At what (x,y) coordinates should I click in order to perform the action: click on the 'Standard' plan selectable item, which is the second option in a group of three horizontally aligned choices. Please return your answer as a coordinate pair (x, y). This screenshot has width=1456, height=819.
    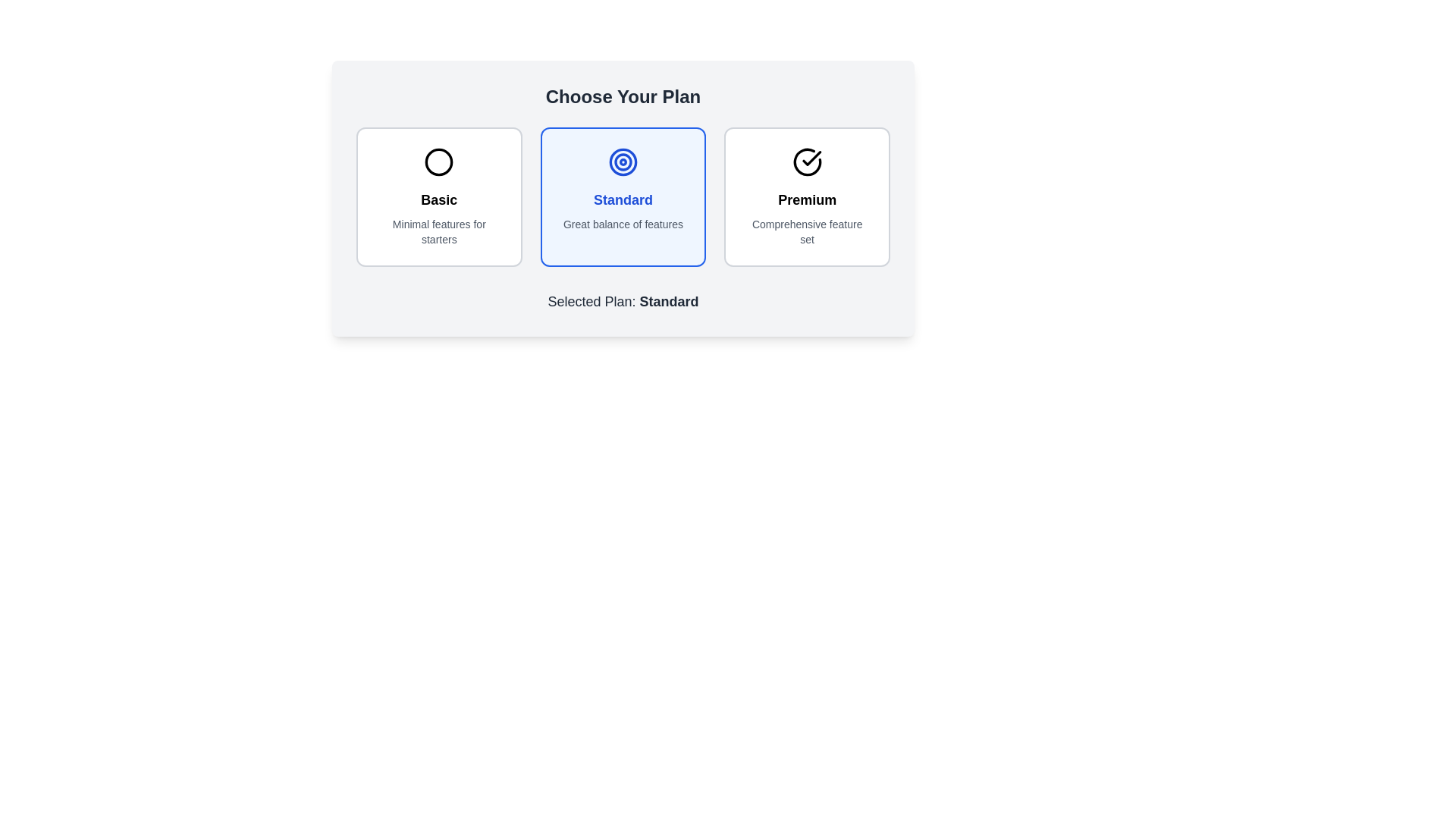
    Looking at the image, I should click on (623, 198).